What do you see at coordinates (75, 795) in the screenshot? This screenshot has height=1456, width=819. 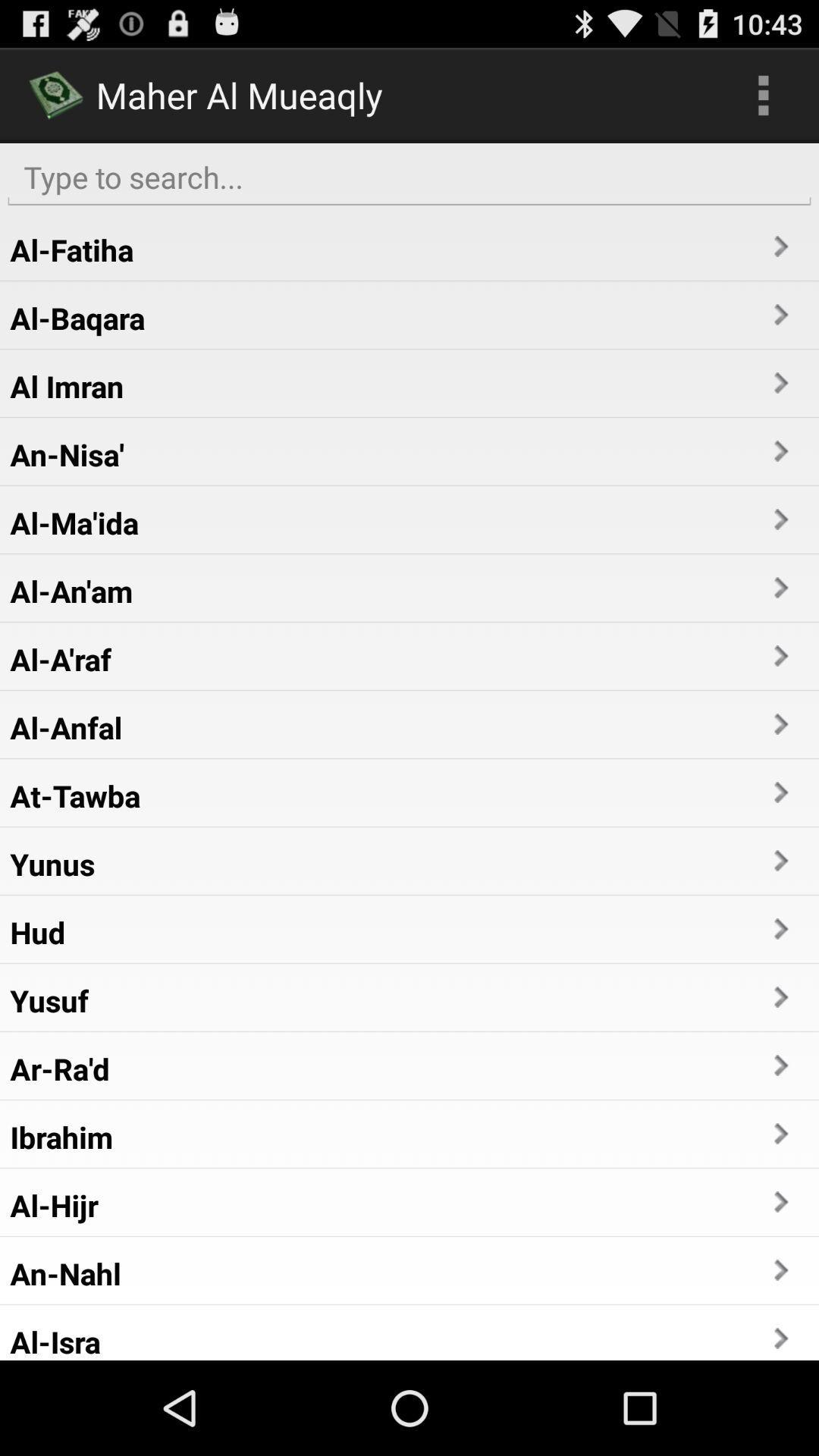 I see `the at-tawba app` at bounding box center [75, 795].